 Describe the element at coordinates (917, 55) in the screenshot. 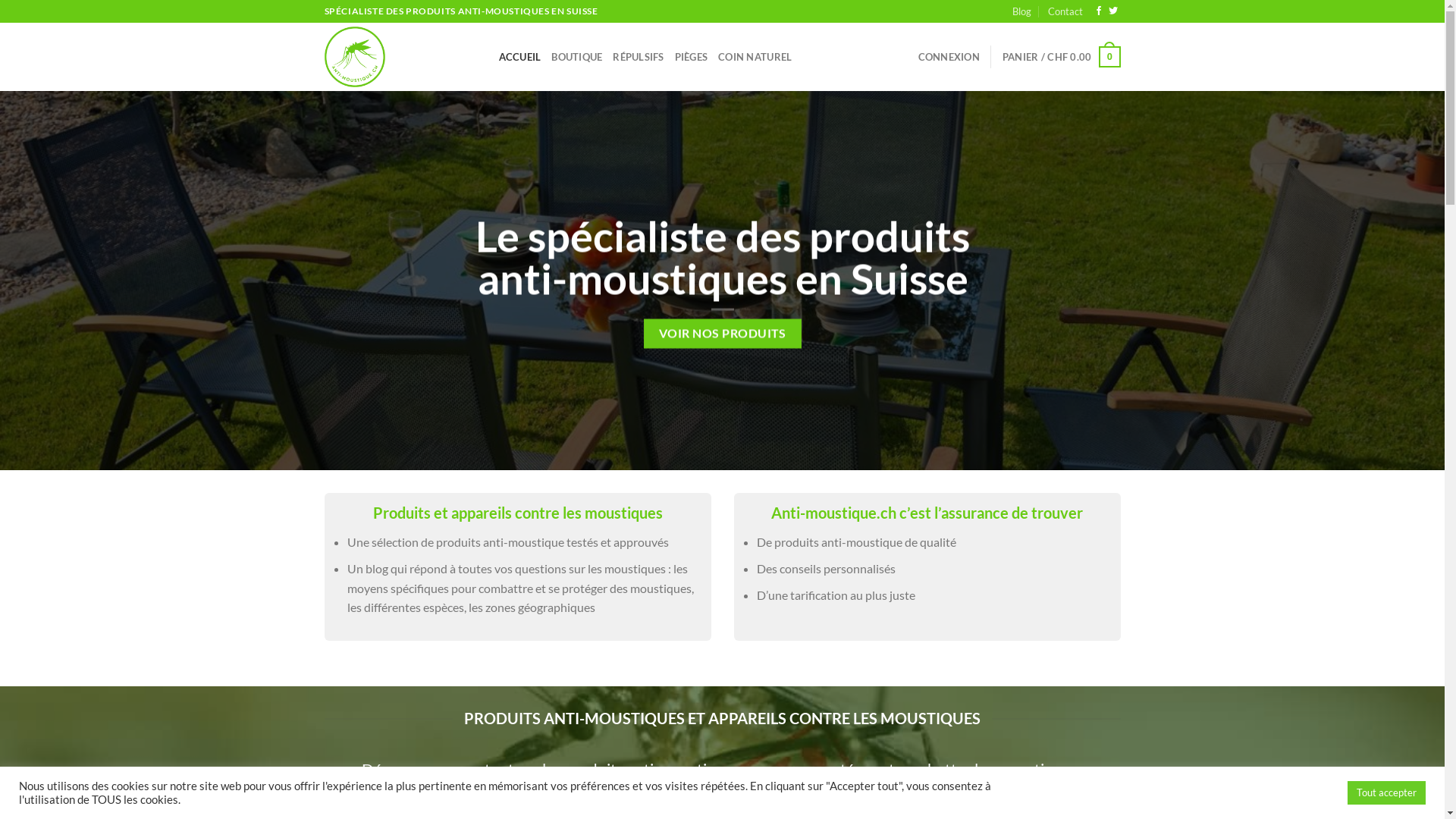

I see `'CONNEXION'` at that location.